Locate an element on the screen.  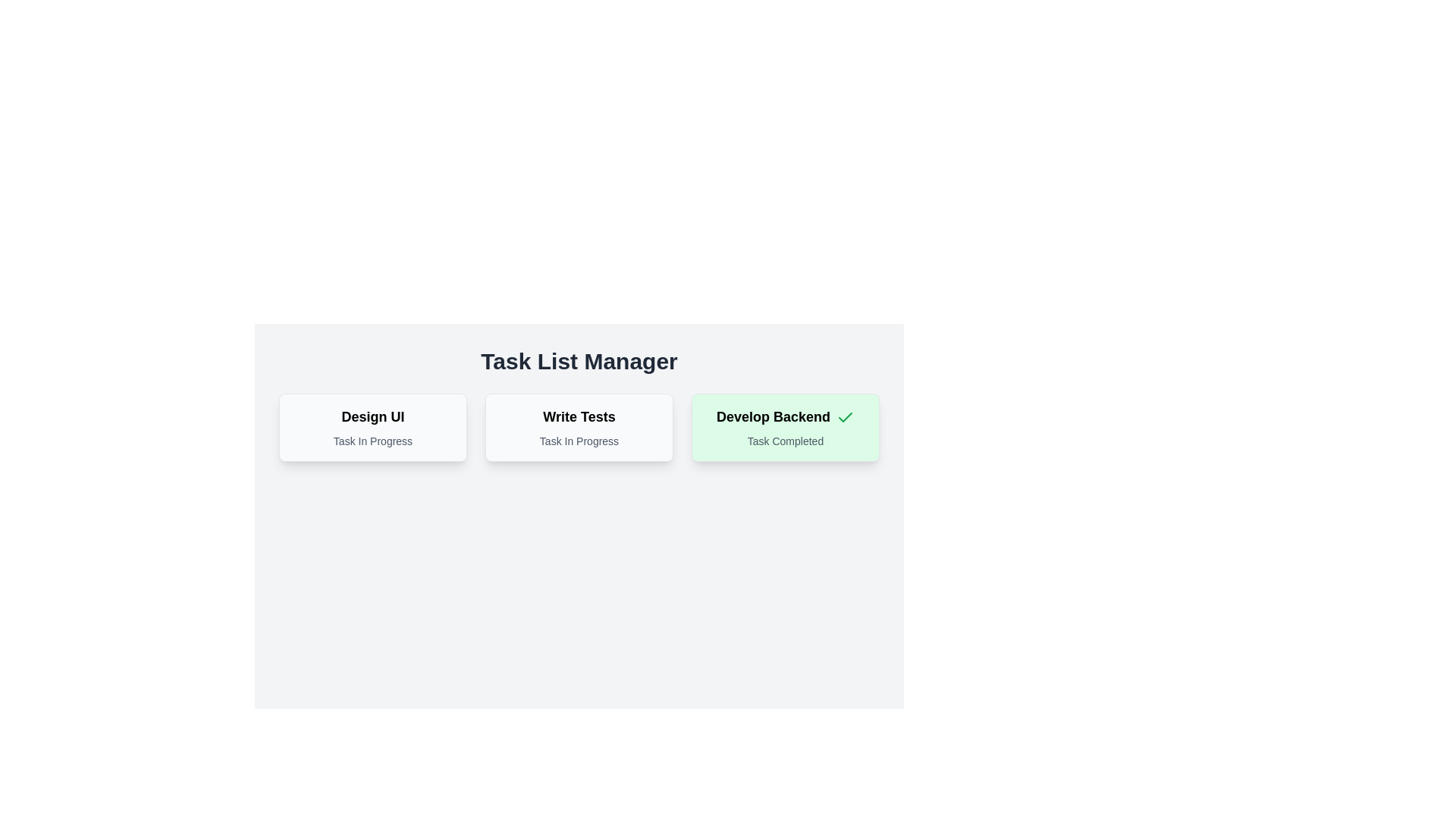
the completion status icon for the 'Develop Backend' task located at the top right corner of the task card is located at coordinates (844, 417).